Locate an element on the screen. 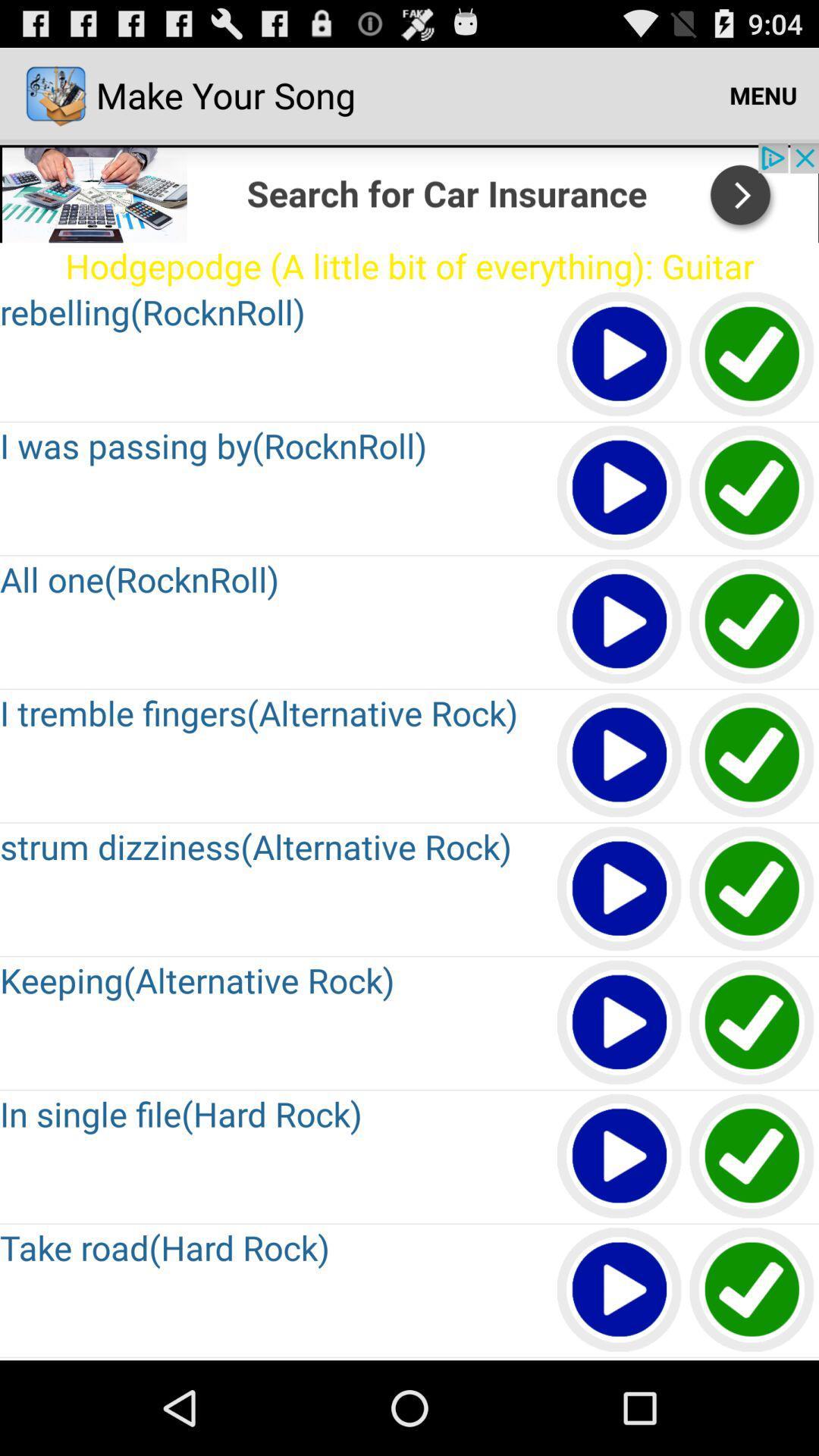  play is located at coordinates (620, 1156).